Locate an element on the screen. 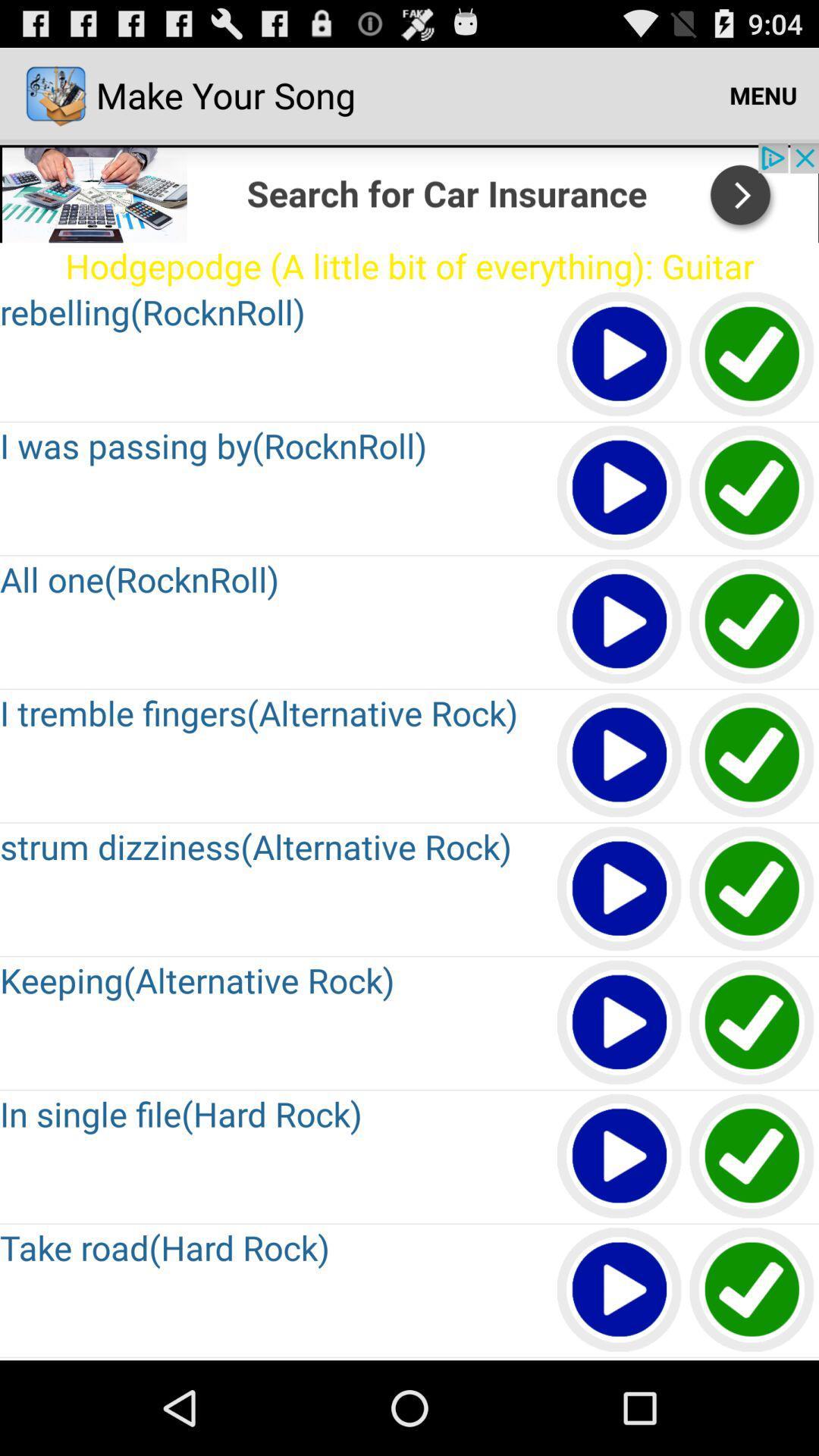  play is located at coordinates (620, 1156).